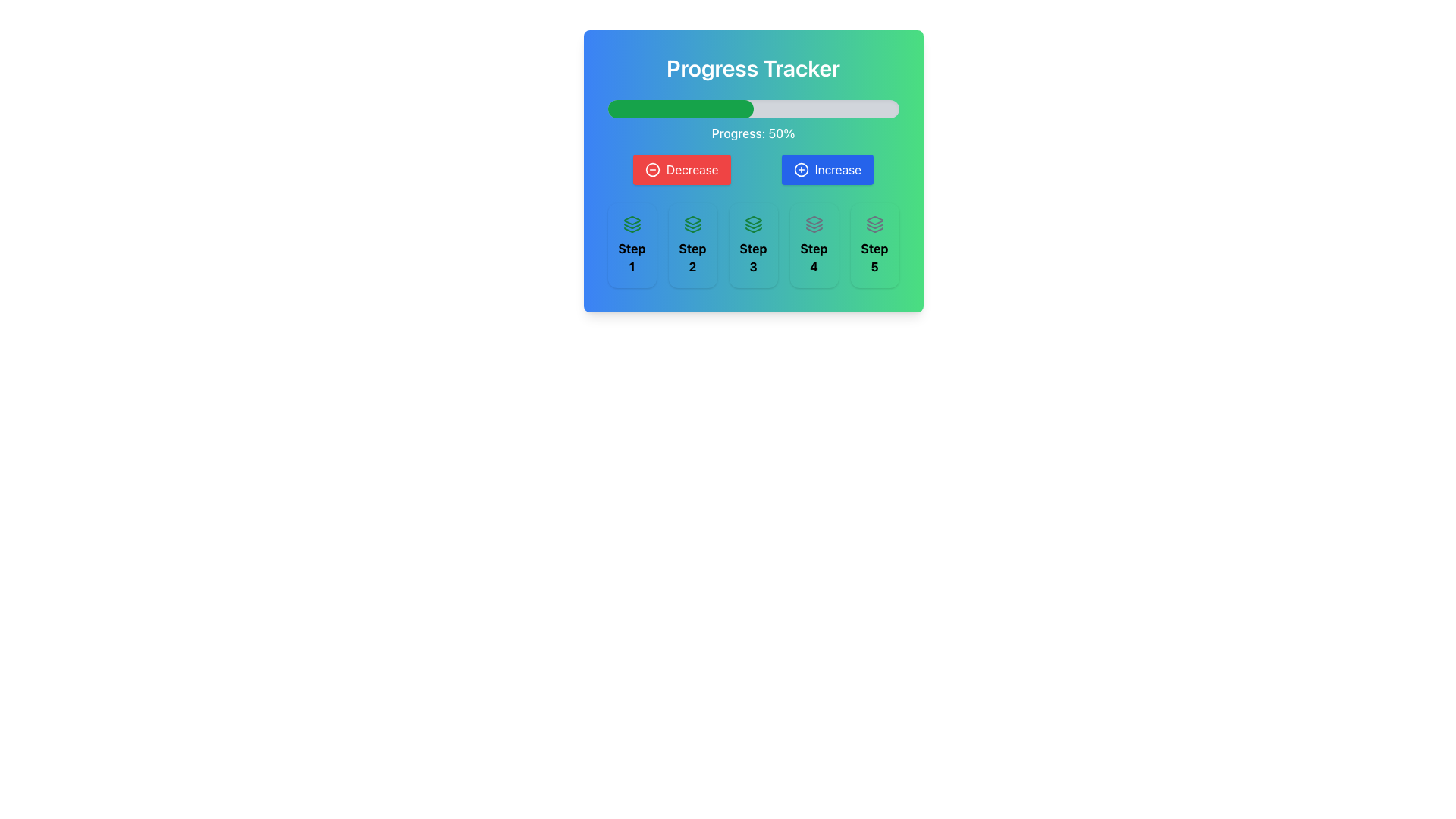  I want to click on the button labeled 'Step 5' which features an icon of stacked layers, to navigate, so click(874, 224).